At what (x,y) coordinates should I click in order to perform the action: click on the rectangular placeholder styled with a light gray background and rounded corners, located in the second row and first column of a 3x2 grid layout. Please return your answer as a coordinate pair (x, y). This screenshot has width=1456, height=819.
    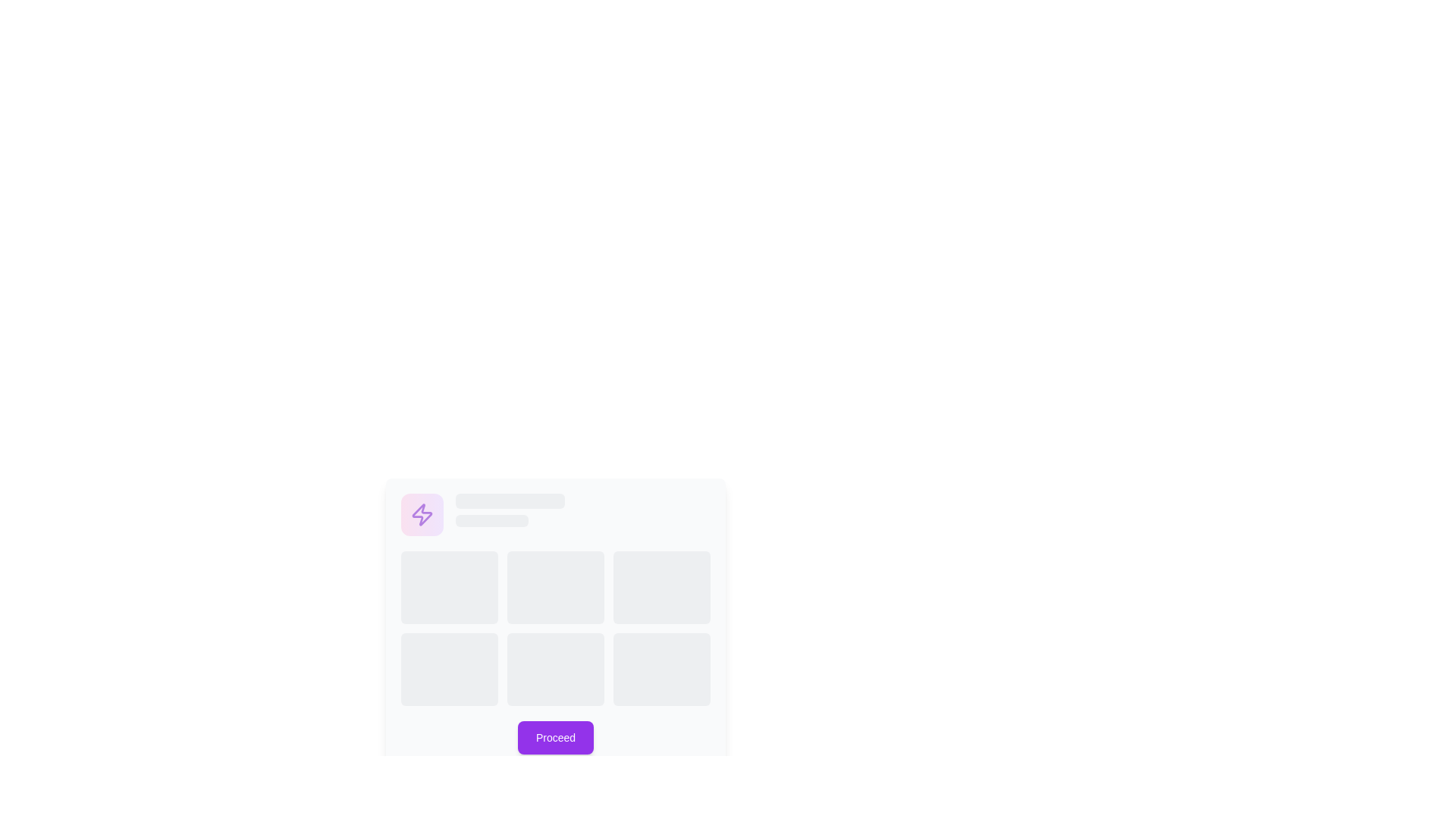
    Looking at the image, I should click on (449, 669).